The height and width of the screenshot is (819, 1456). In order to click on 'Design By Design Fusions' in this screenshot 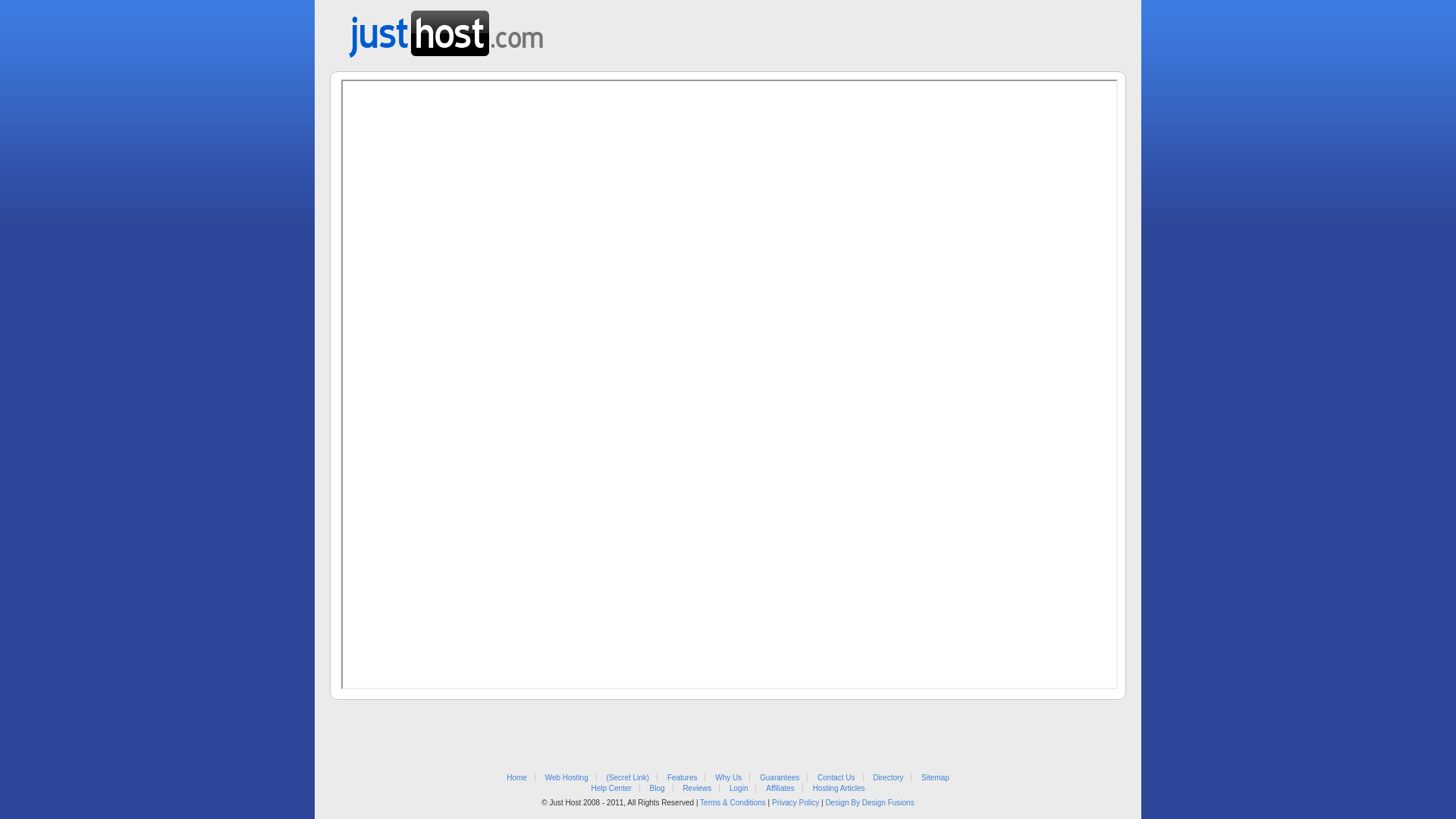, I will do `click(824, 802)`.